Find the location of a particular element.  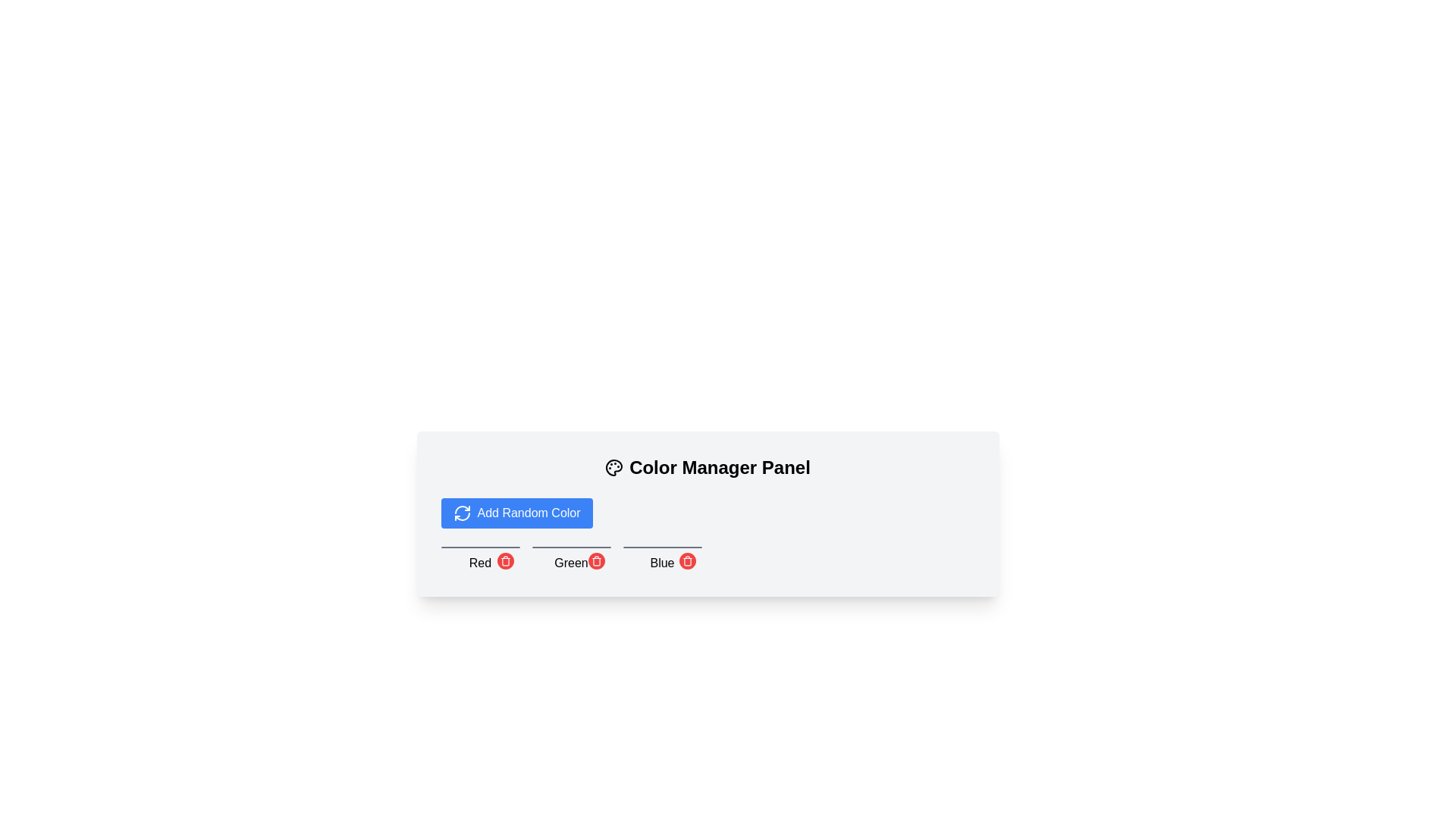

the circular red button with a white trash can icon located at the top-right corner of the 'Green' color section in the color manager panel is located at coordinates (595, 561).